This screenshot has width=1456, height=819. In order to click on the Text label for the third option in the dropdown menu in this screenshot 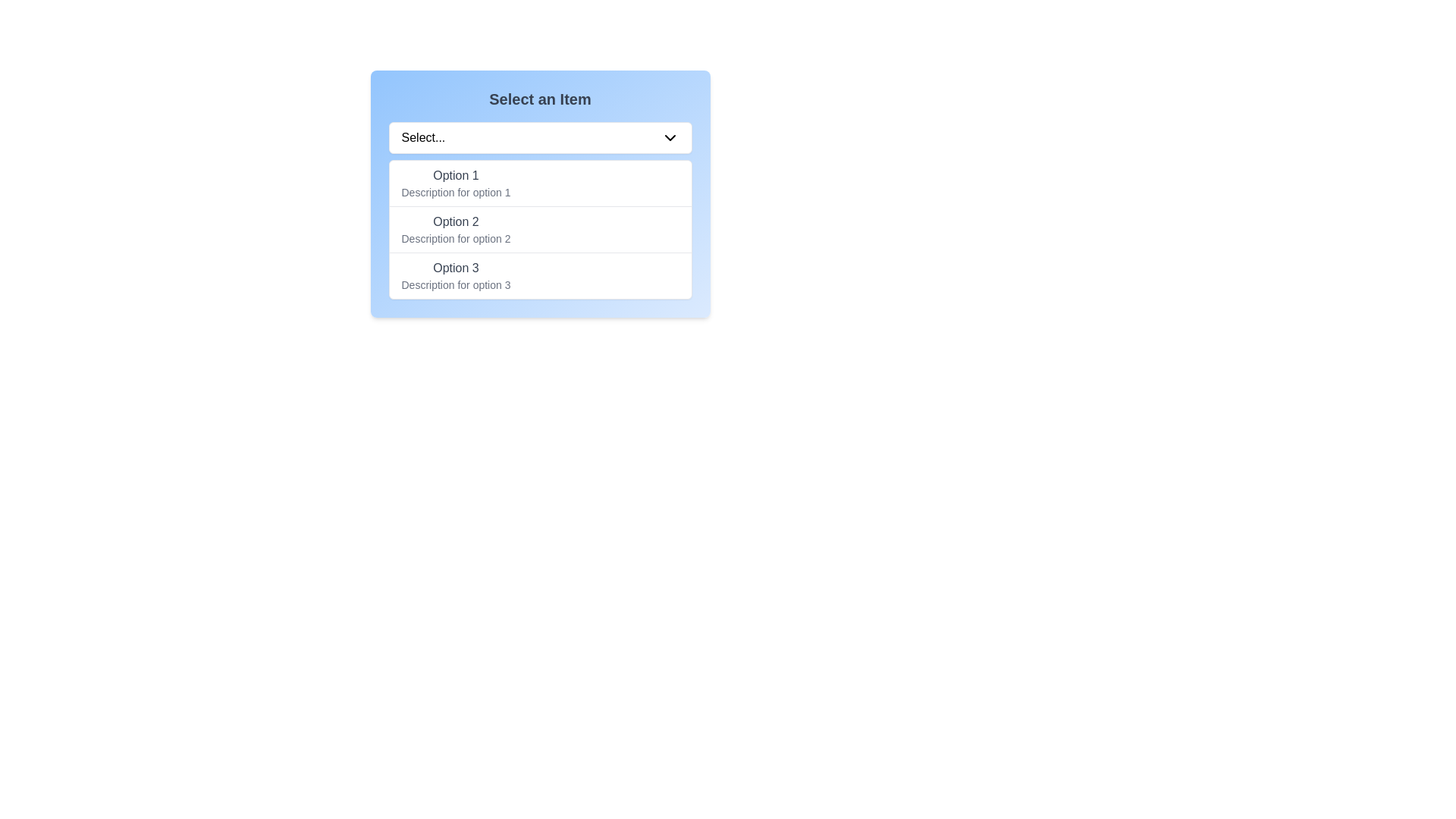, I will do `click(455, 268)`.